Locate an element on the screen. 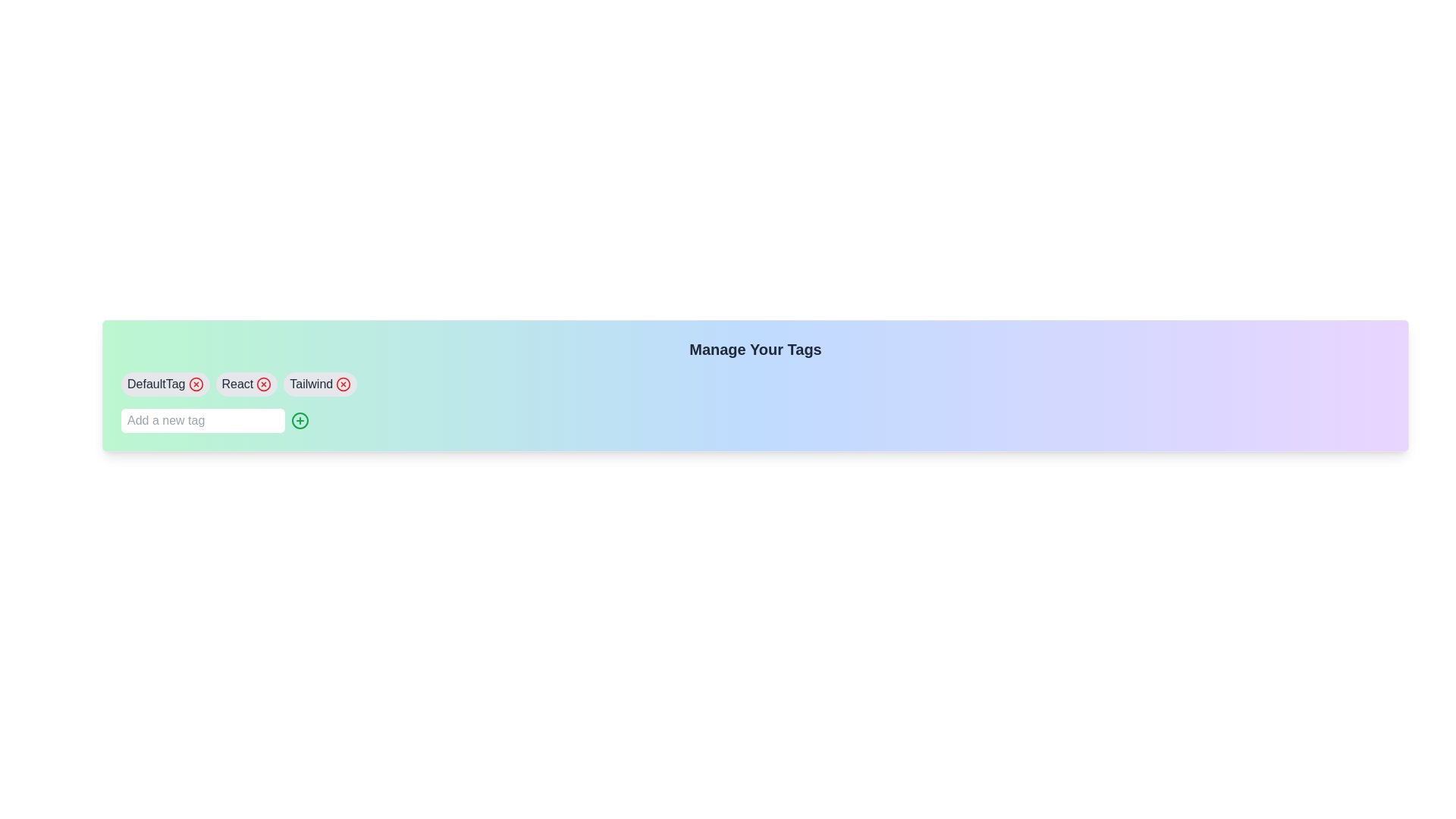  the 'Tailwind' tag element with a gray background and red 'X' icon is located at coordinates (319, 383).